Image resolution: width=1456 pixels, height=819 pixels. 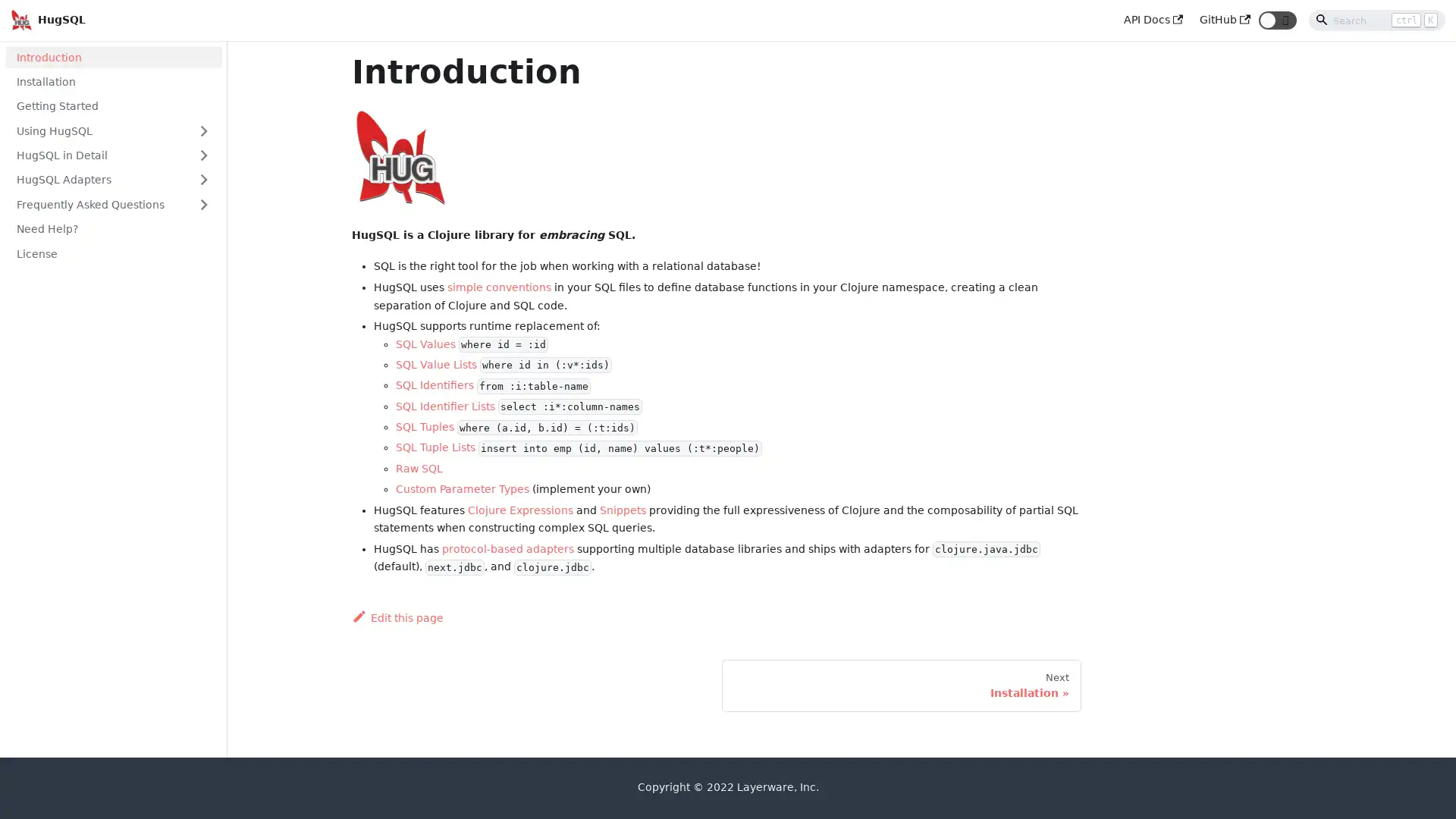 What do you see at coordinates (202, 178) in the screenshot?
I see `Toggle the collapsible sidebar category 'HugSQL Adapters'` at bounding box center [202, 178].